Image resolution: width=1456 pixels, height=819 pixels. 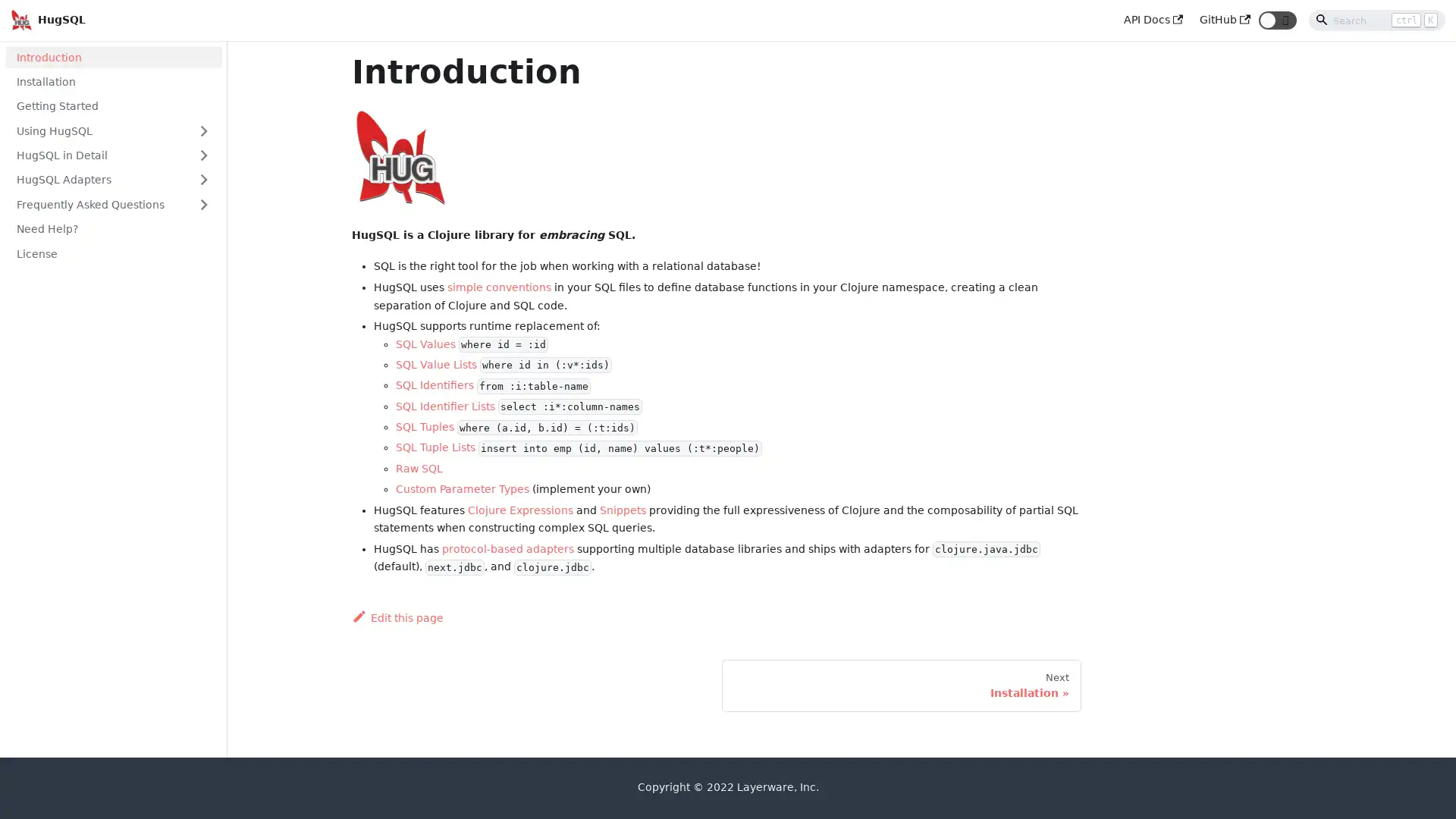 What do you see at coordinates (202, 178) in the screenshot?
I see `Toggle the collapsible sidebar category 'HugSQL Adapters'` at bounding box center [202, 178].